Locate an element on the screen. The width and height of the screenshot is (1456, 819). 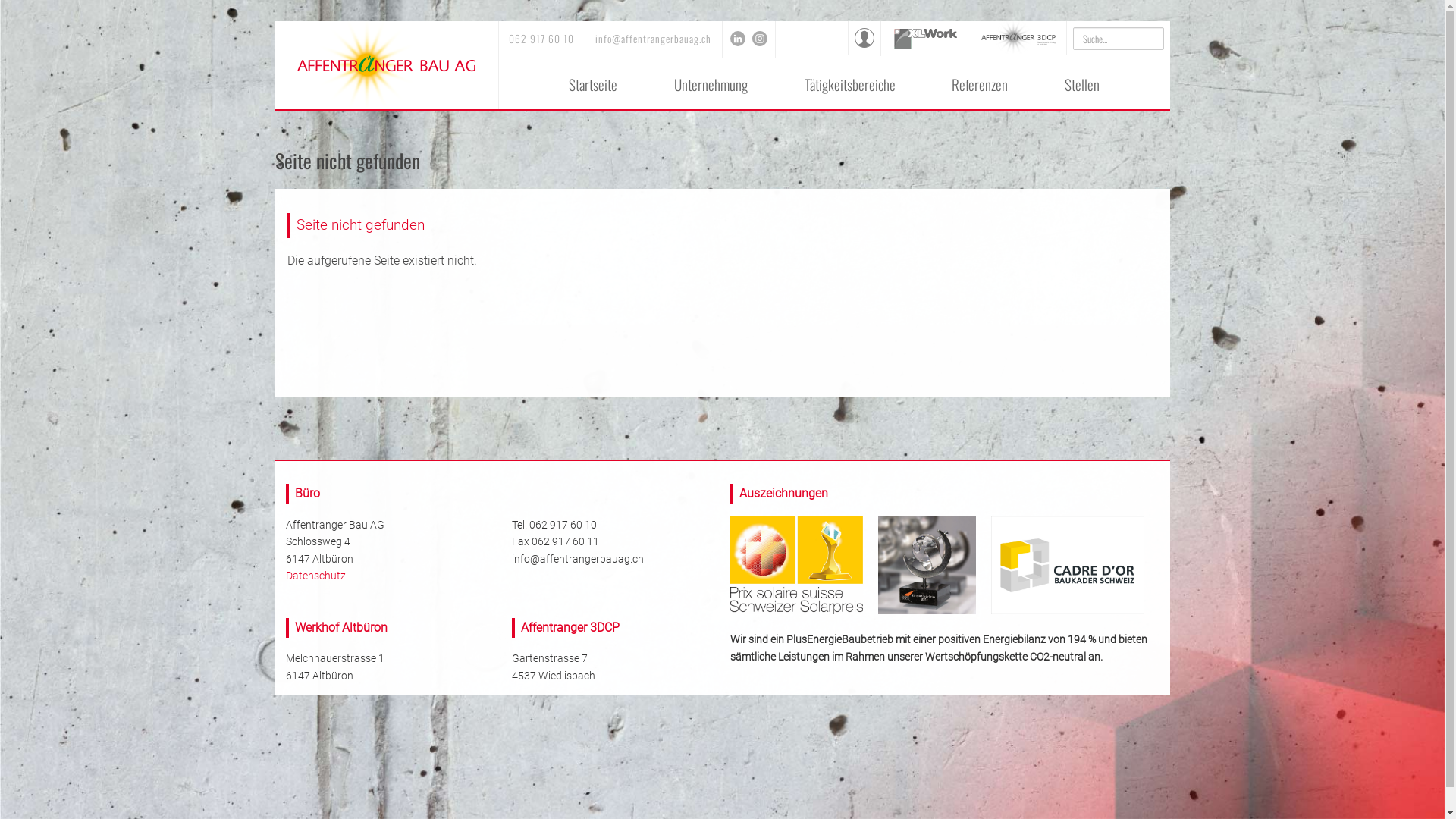
'Datenschutz' is located at coordinates (314, 576).